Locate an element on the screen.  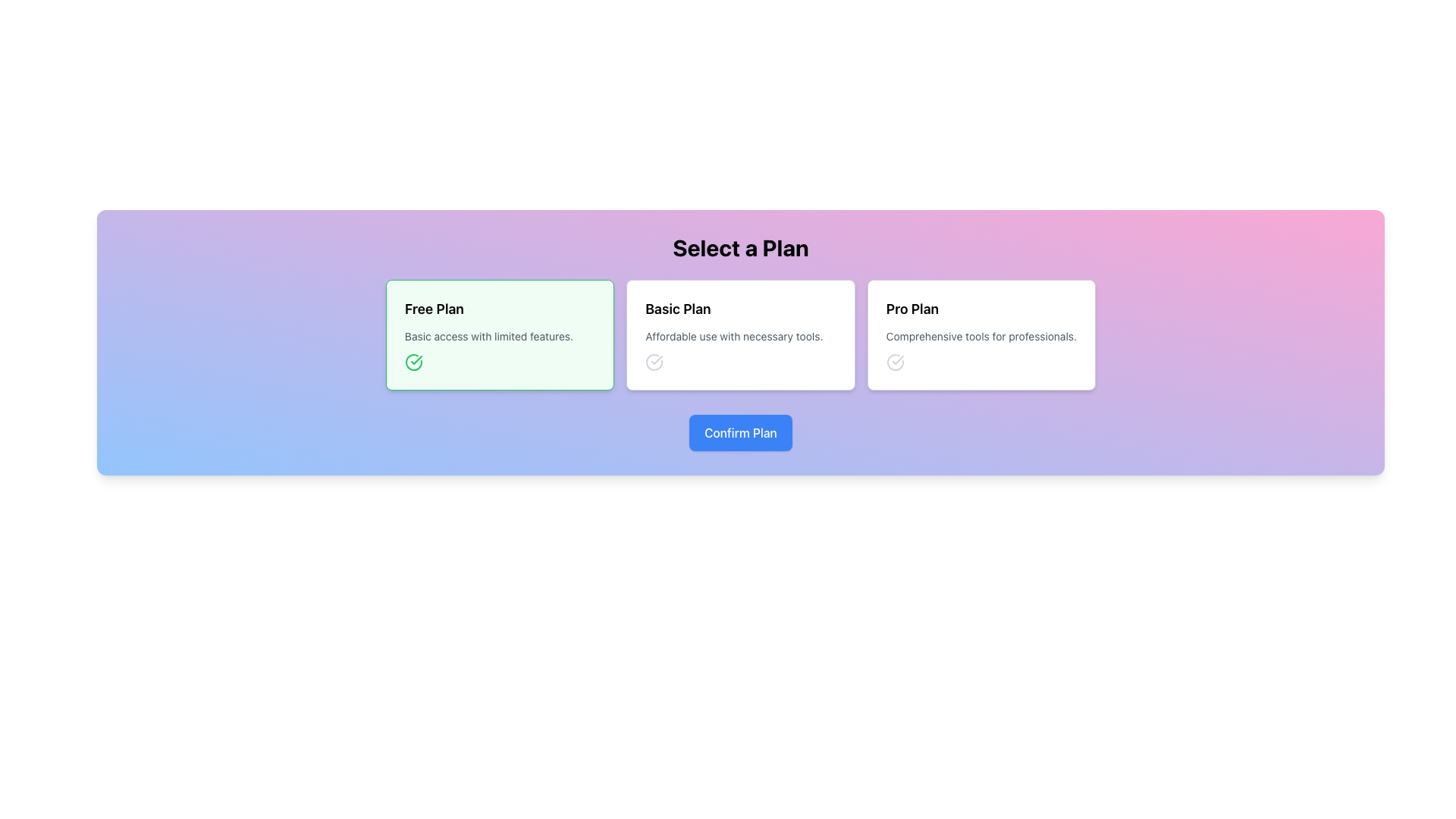
the static text label reading 'Free Plan' which is styled with a larger font size and bold weight, located at the top-left corner of its card with a light green background is located at coordinates (433, 309).